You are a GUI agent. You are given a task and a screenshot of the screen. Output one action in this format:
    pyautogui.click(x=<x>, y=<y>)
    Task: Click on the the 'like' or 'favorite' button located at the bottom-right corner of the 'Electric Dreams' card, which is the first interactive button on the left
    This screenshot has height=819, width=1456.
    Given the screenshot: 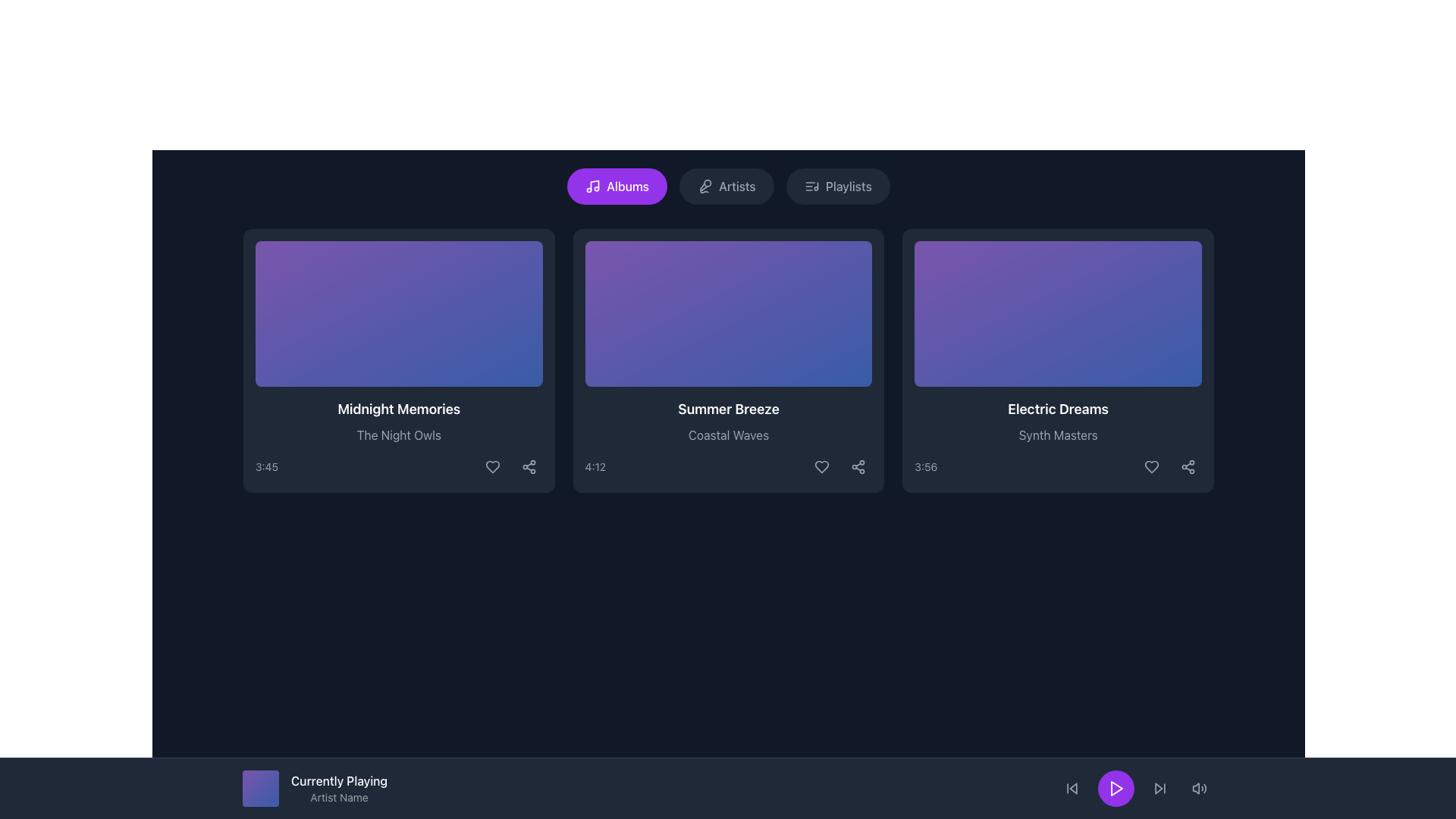 What is the action you would take?
    pyautogui.click(x=1151, y=466)
    